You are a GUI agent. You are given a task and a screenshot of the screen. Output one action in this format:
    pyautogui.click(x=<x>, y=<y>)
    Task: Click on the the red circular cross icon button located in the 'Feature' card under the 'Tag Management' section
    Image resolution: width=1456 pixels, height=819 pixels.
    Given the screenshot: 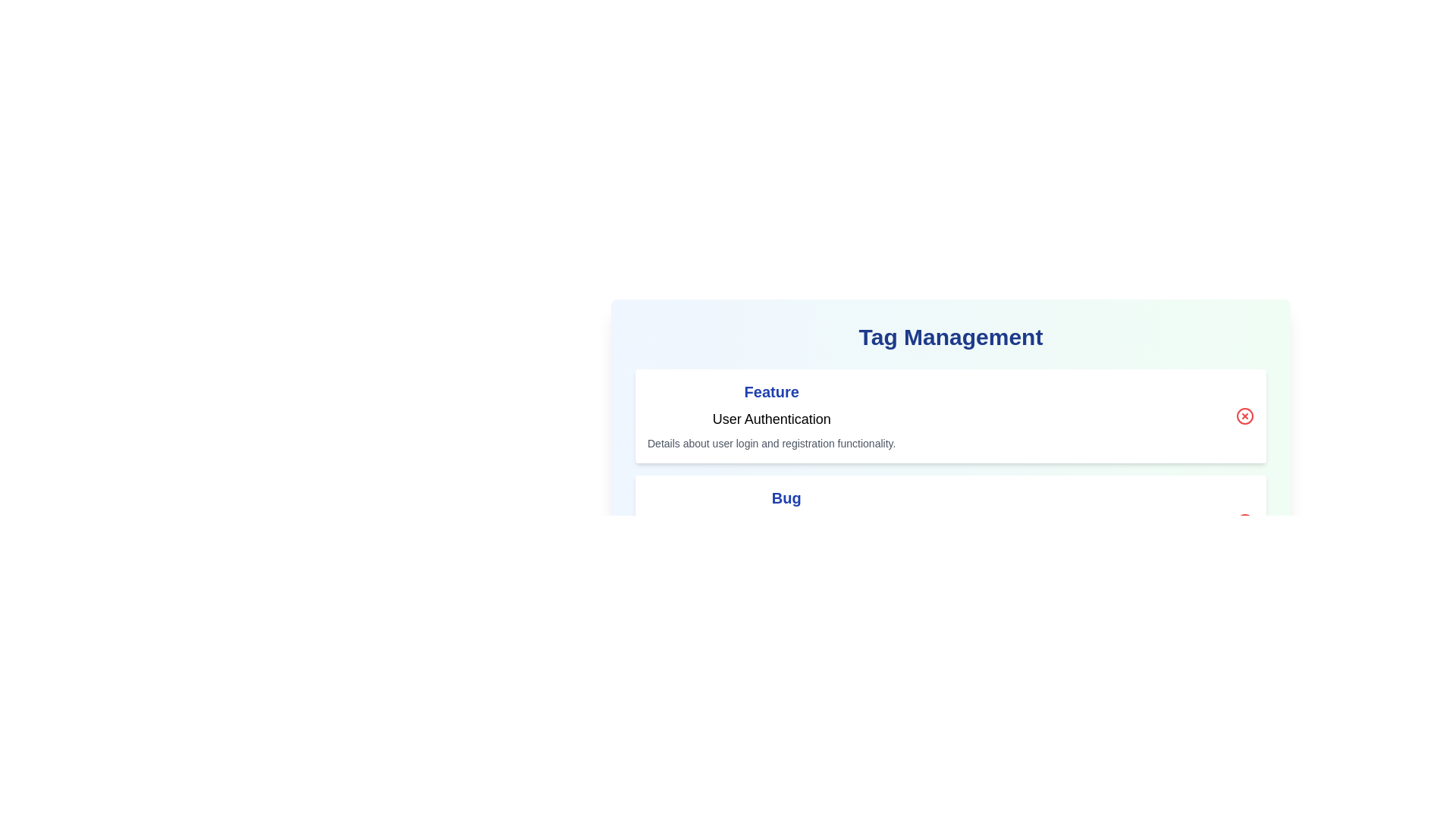 What is the action you would take?
    pyautogui.click(x=1244, y=416)
    